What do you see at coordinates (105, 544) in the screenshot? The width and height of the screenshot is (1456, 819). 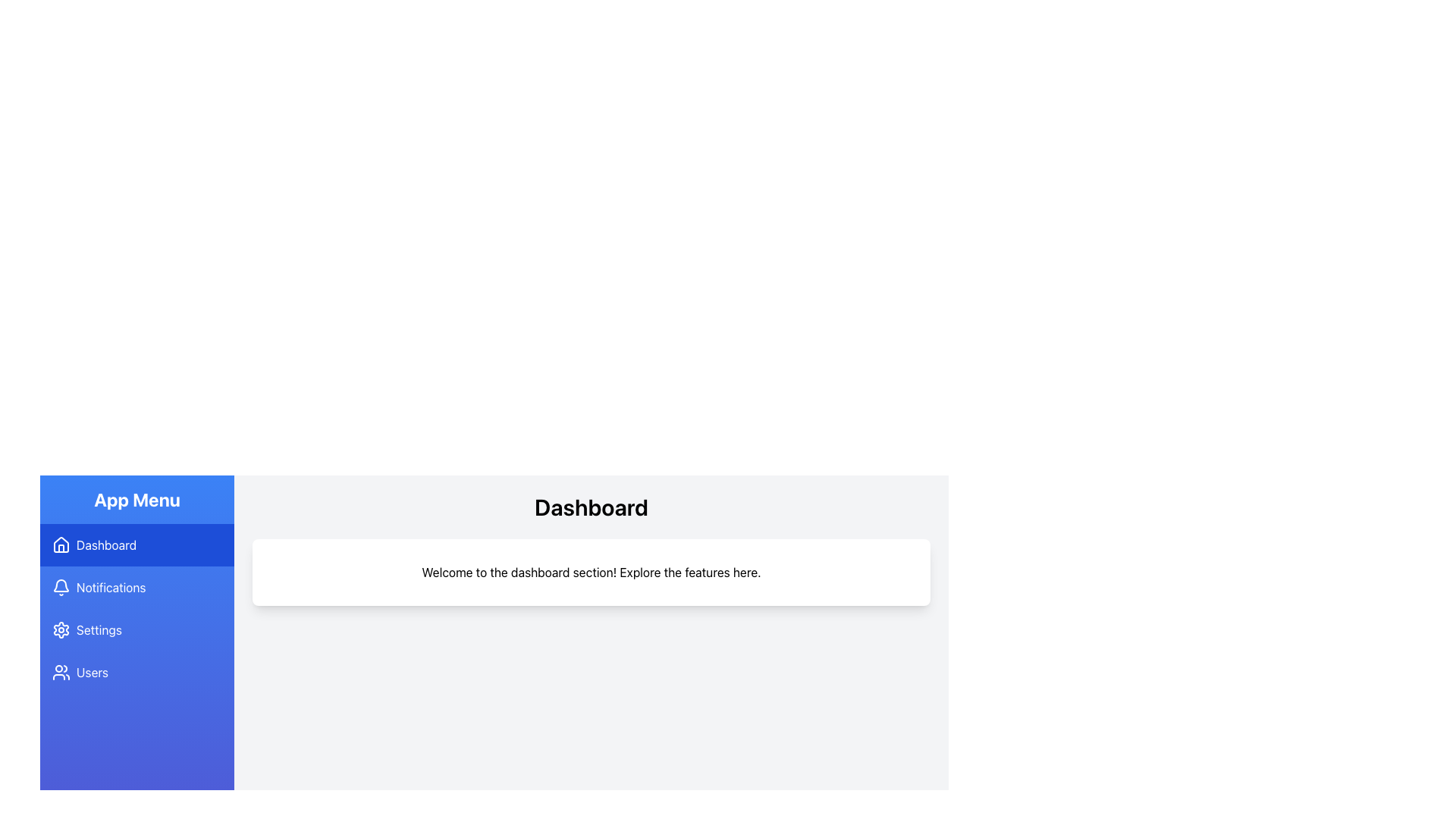 I see `the 'Dashboard' text label located in the vertical navigation panel on the left side of the interface, which is displayed in a white bold font on a dark blue background` at bounding box center [105, 544].